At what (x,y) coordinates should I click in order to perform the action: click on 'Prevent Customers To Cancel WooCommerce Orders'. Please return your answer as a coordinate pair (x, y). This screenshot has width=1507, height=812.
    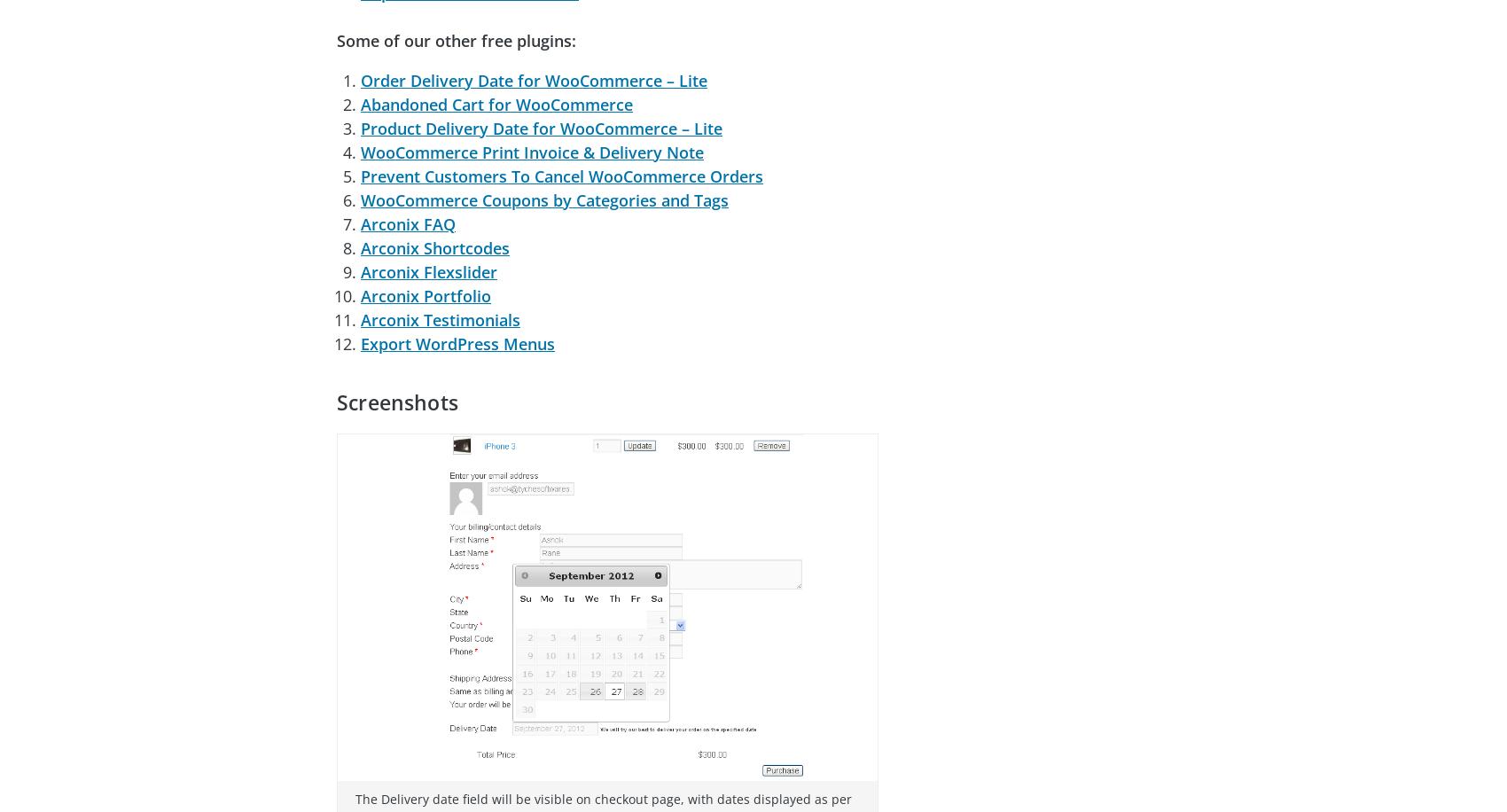
    Looking at the image, I should click on (560, 175).